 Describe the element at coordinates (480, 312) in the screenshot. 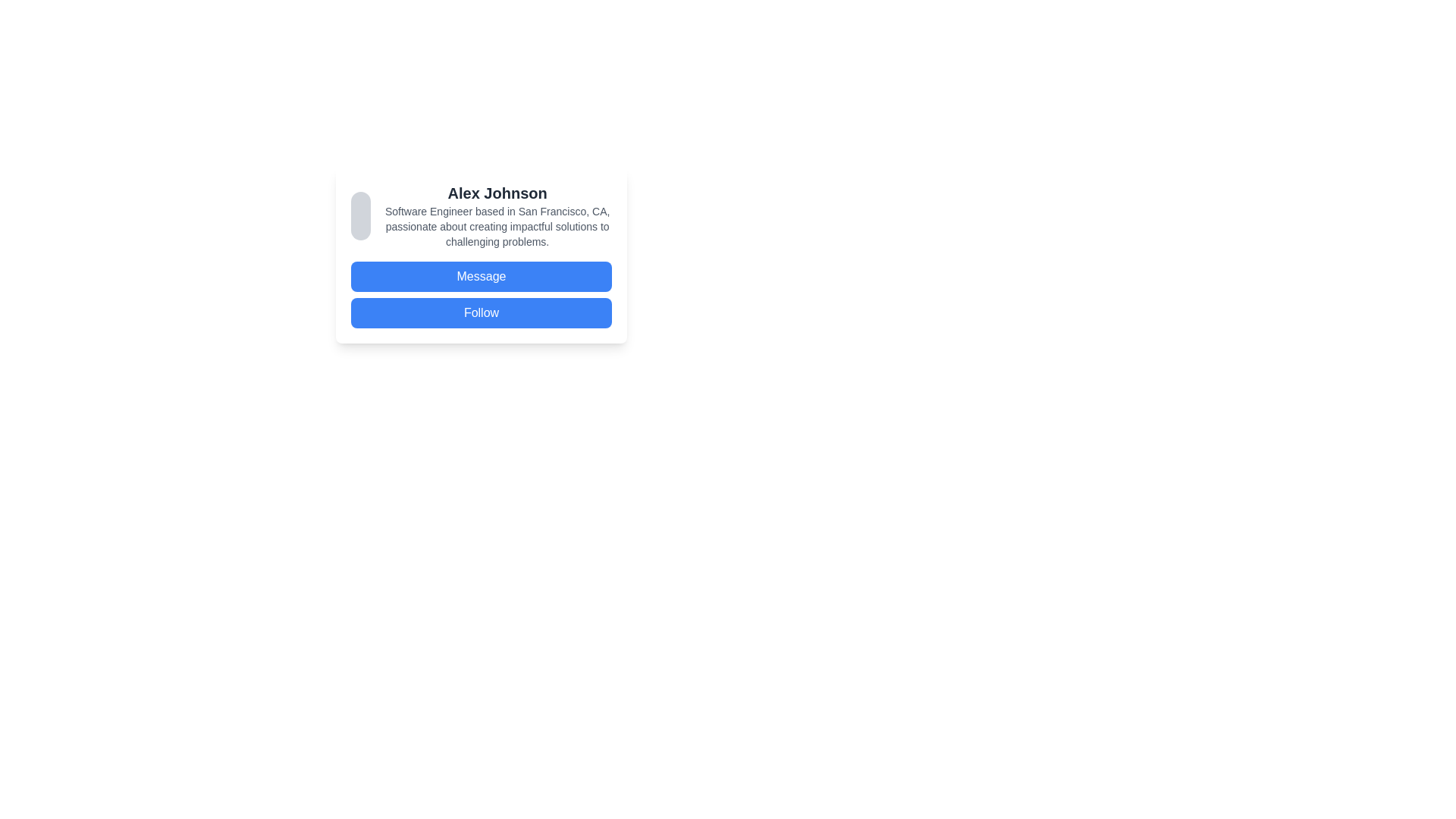

I see `the follow button located beneath the 'Message' button to initiate a follow action for the individual profiled in the interface` at that location.